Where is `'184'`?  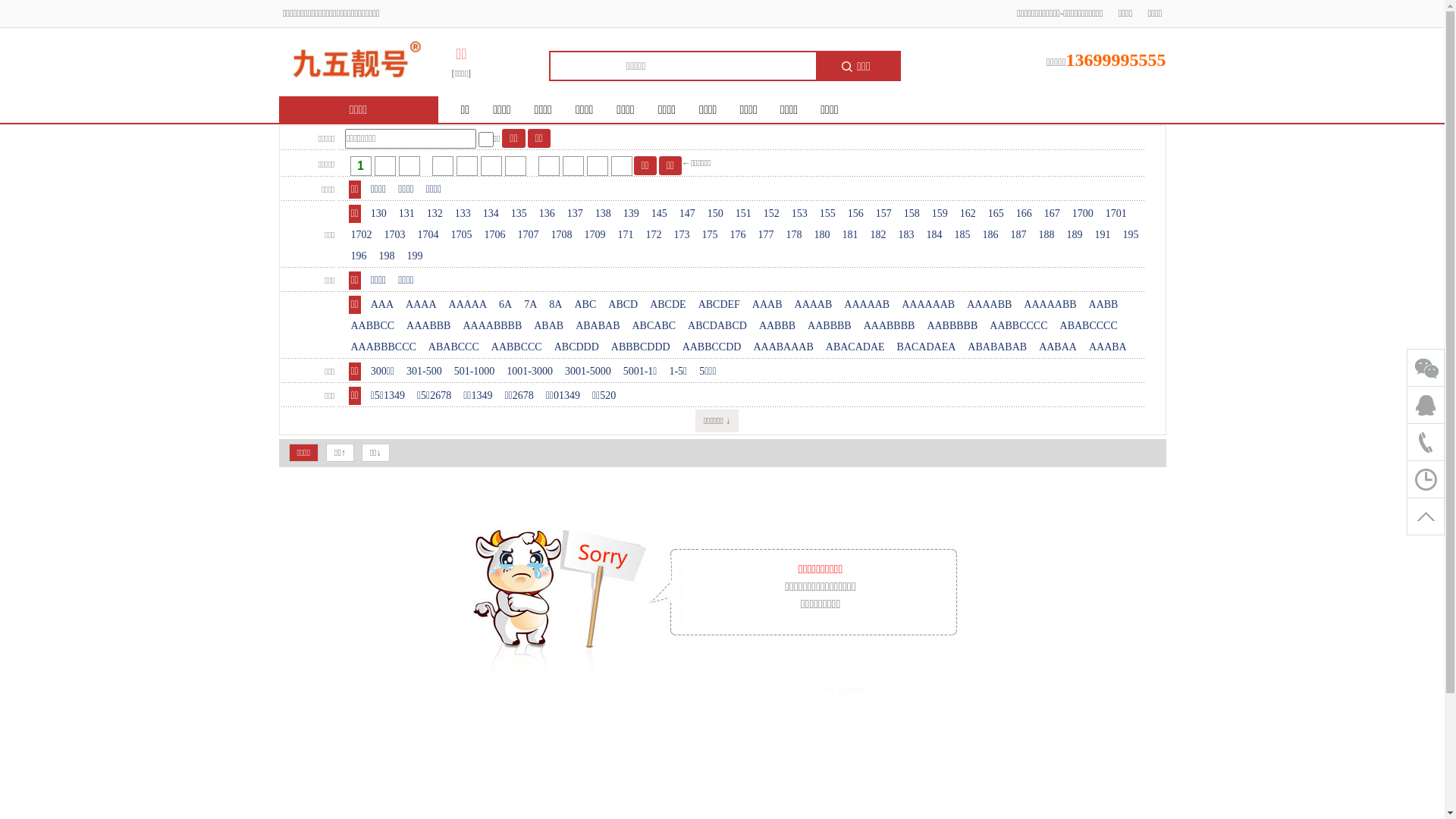 '184' is located at coordinates (933, 234).